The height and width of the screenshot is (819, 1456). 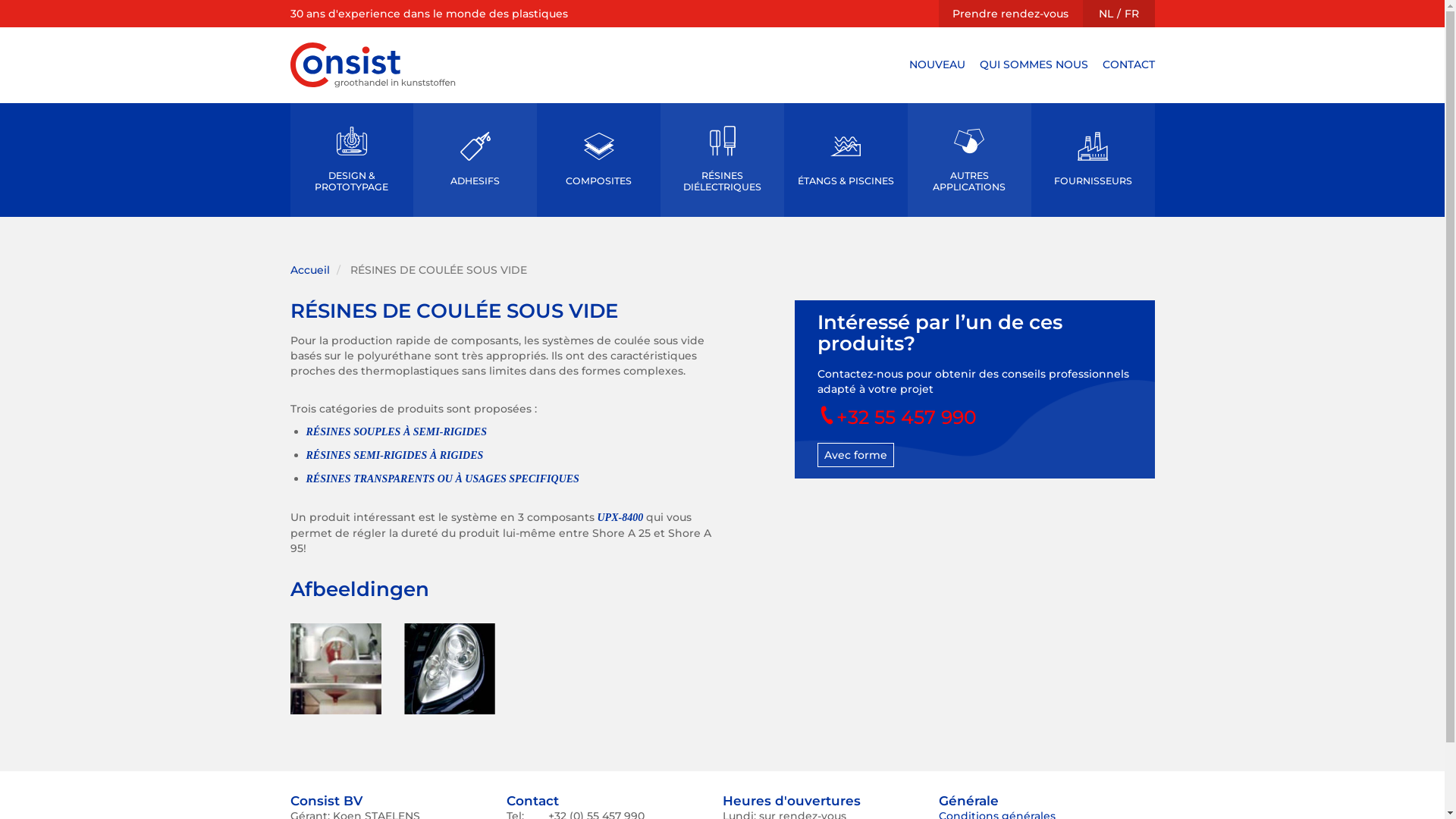 I want to click on 'ADHESIFS', so click(x=474, y=160).